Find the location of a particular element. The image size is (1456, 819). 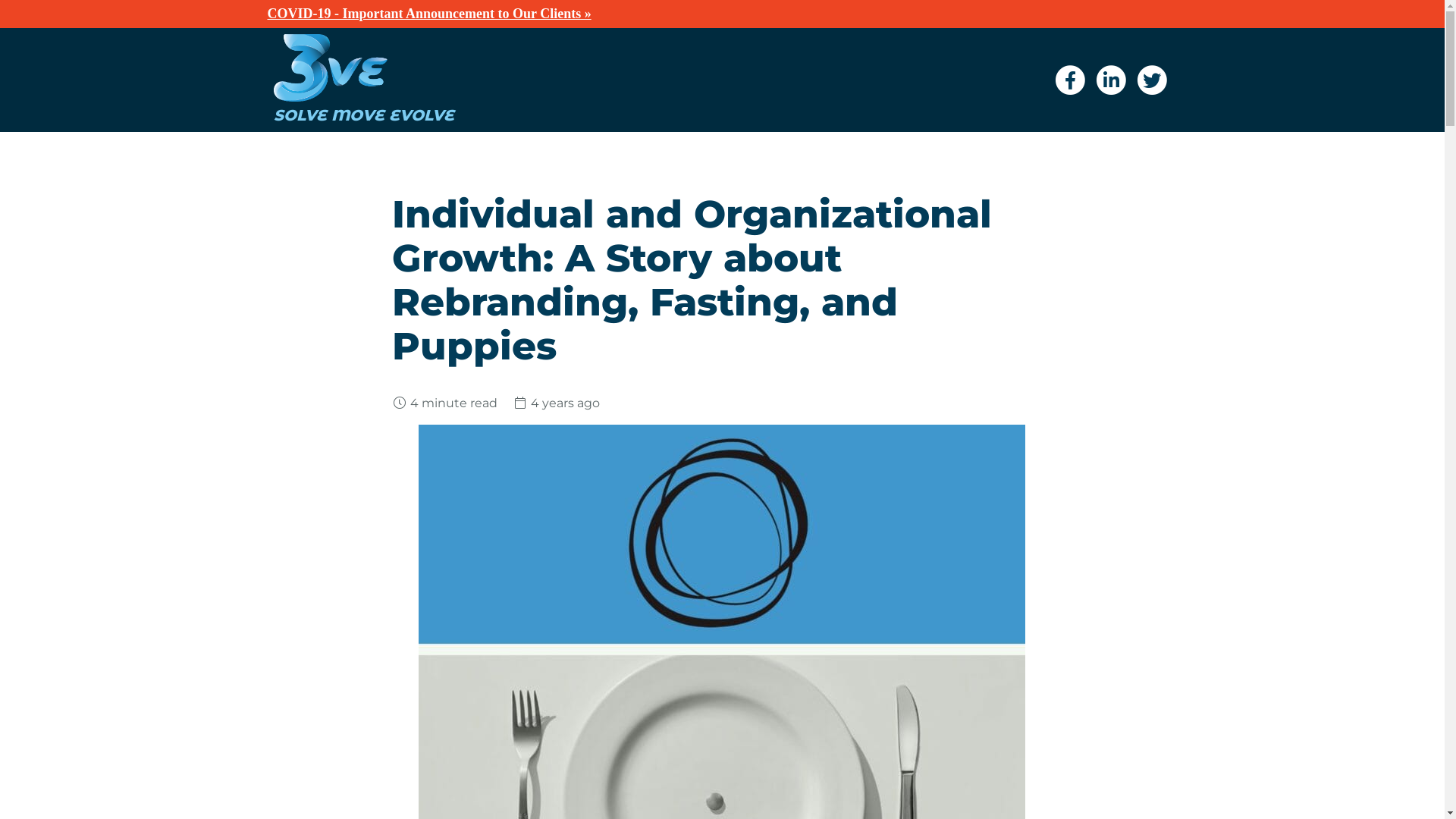

'SOLVE MOVE EVOLVE' is located at coordinates (273, 107).